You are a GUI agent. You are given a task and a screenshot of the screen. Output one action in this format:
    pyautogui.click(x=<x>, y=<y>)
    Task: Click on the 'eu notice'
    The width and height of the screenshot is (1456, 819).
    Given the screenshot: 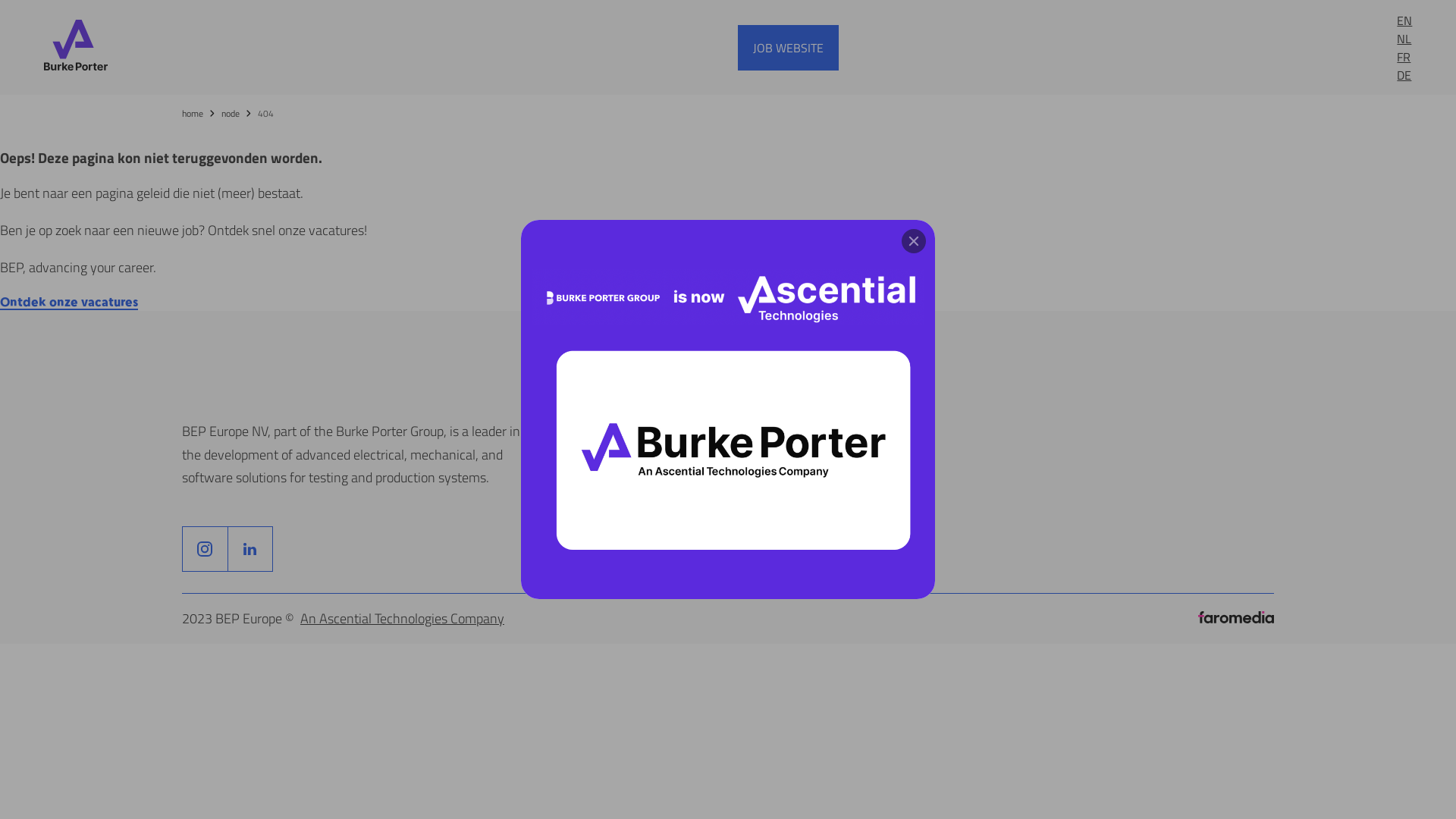 What is the action you would take?
    pyautogui.click(x=817, y=476)
    